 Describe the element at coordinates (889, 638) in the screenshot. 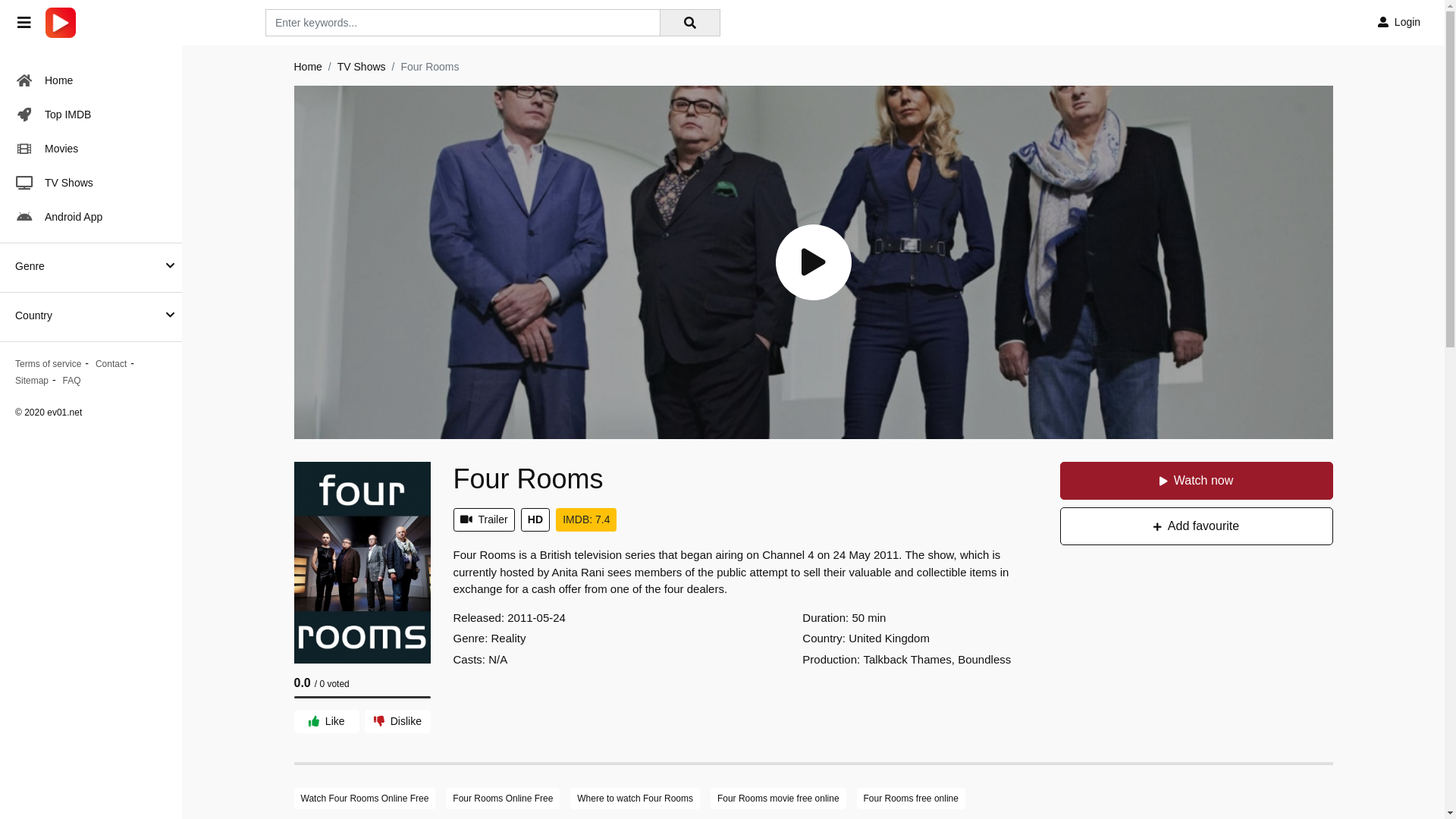

I see `'United Kingdom'` at that location.